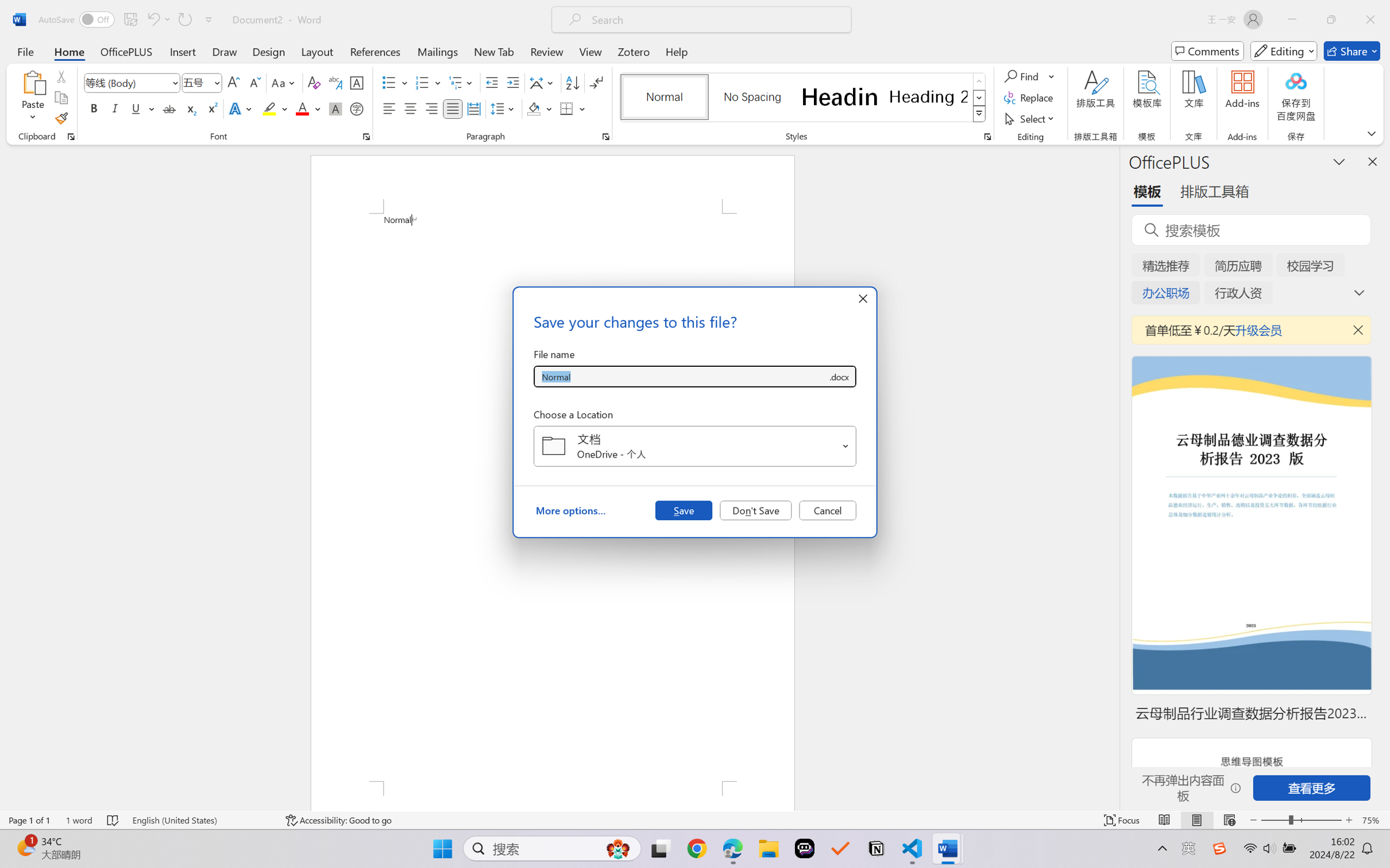 The width and height of the screenshot is (1390, 868). I want to click on 'New Tab', so click(493, 51).